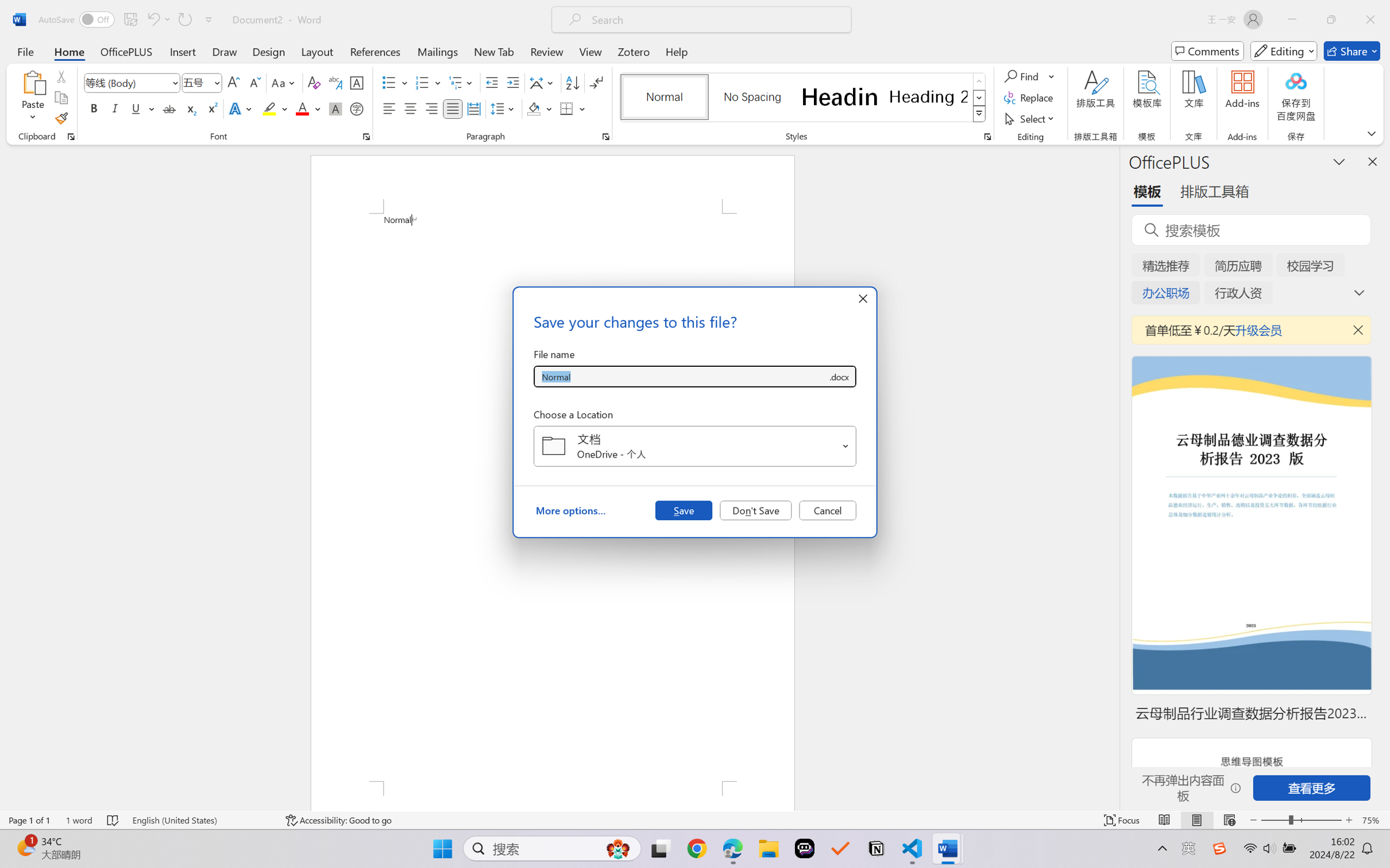 The width and height of the screenshot is (1390, 868). I want to click on 'New Tab', so click(493, 51).